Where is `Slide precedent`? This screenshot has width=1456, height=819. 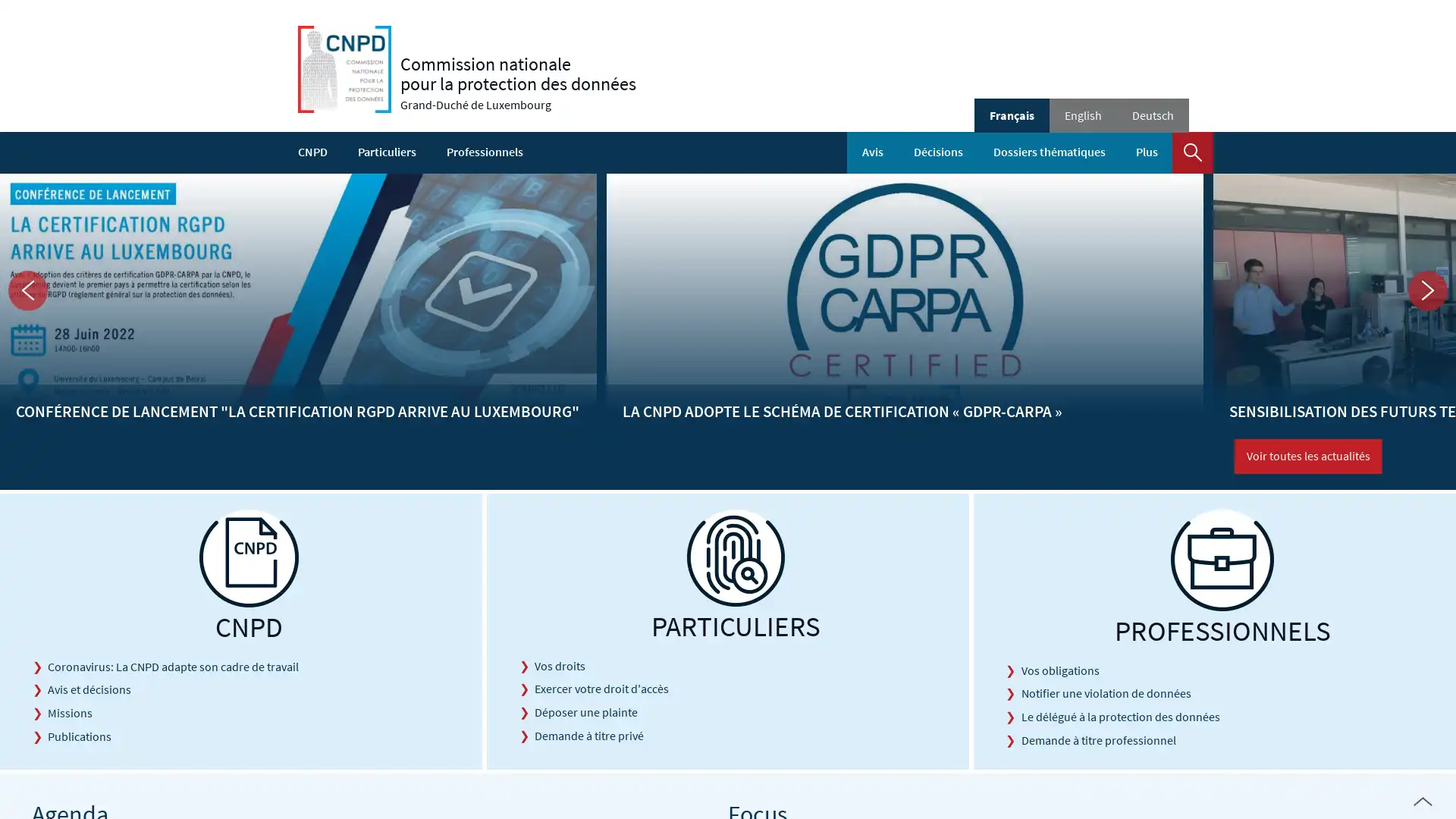 Slide precedent is located at coordinates (27, 290).